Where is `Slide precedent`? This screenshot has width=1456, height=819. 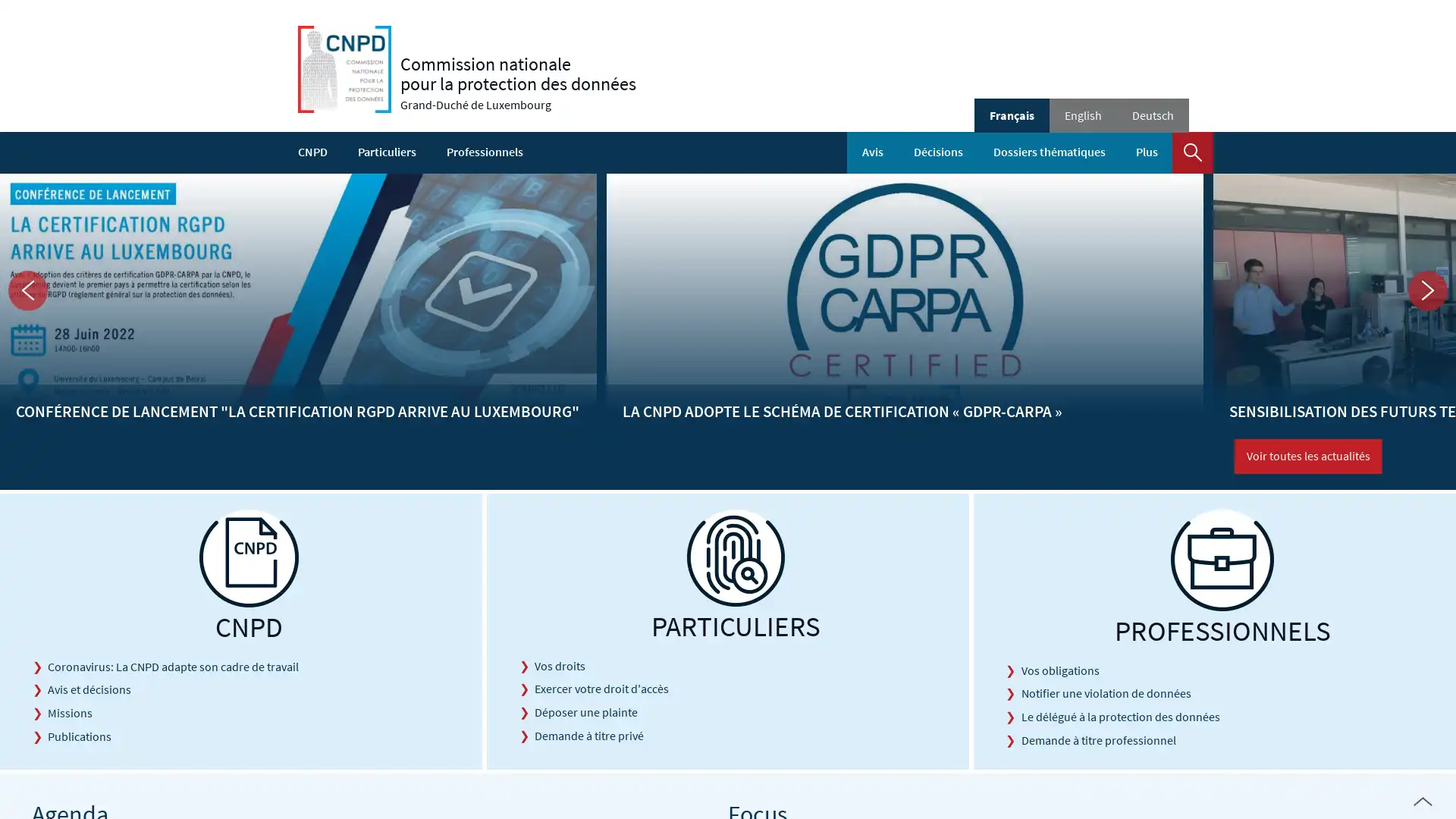 Slide precedent is located at coordinates (27, 290).